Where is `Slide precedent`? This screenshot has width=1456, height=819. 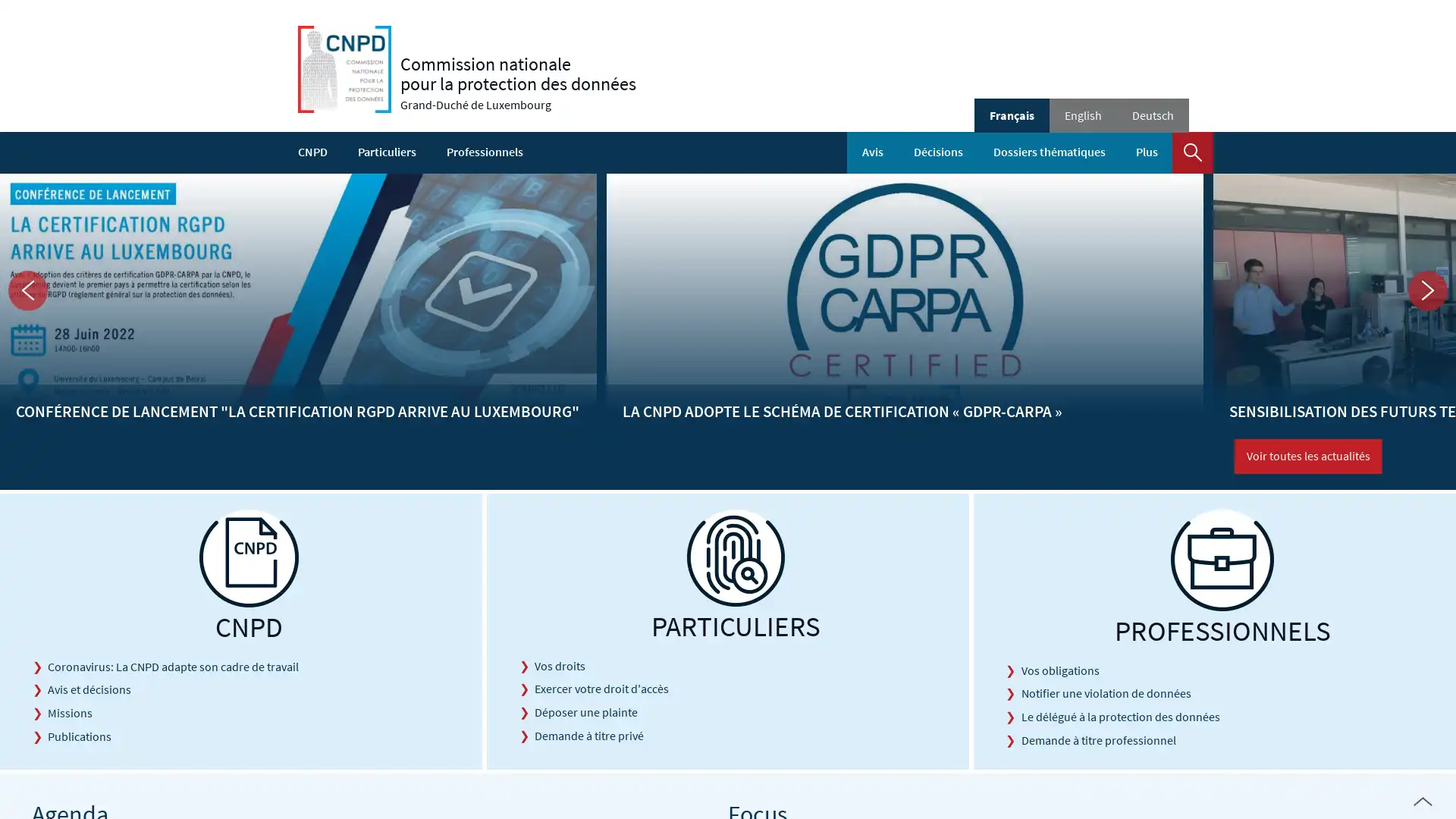 Slide precedent is located at coordinates (27, 290).